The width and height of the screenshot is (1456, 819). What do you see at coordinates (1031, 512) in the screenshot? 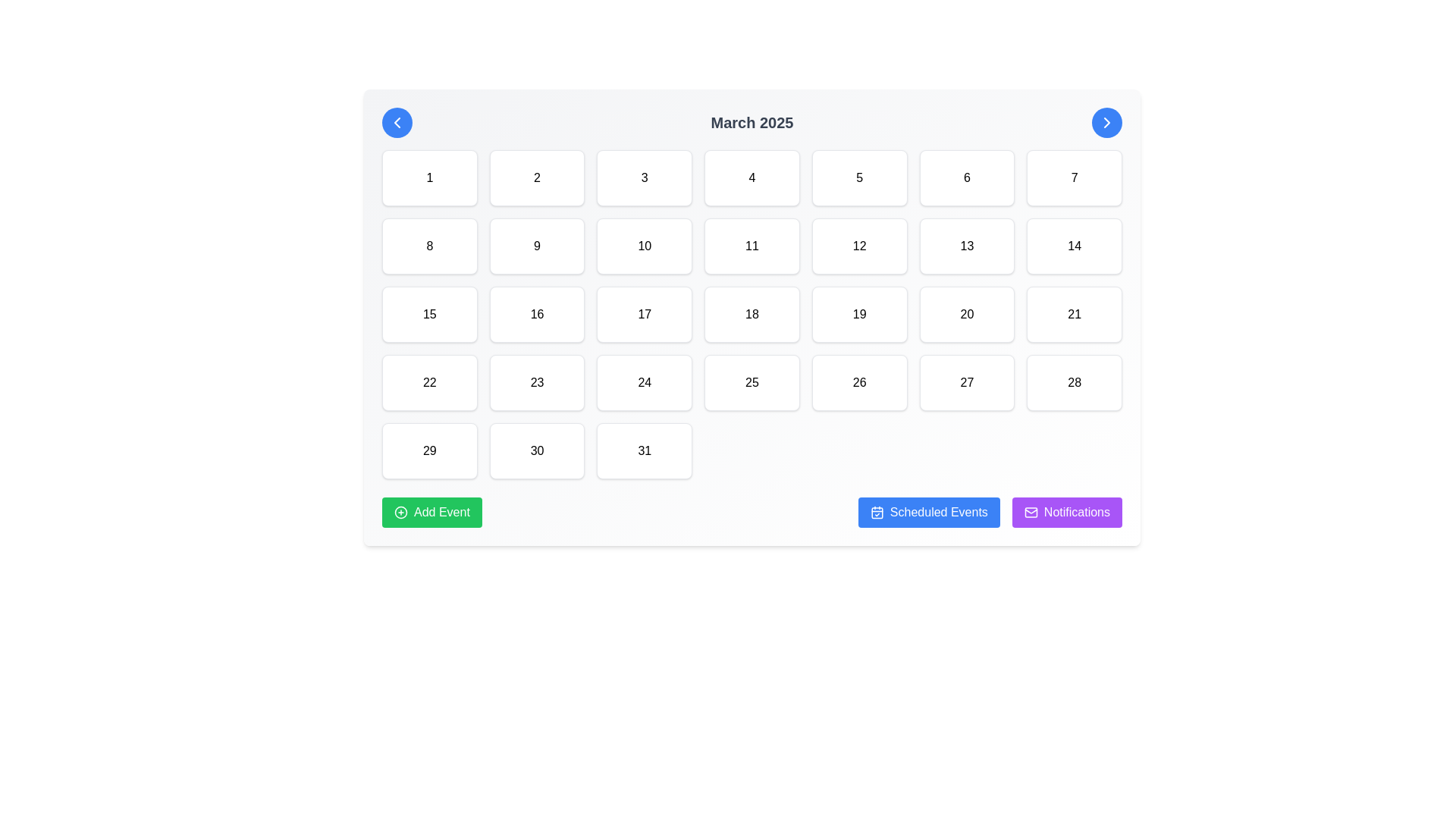
I see `the decorative SVG component within the 'Notifications' button located at the bottom-right corner of the calendar interface` at bounding box center [1031, 512].